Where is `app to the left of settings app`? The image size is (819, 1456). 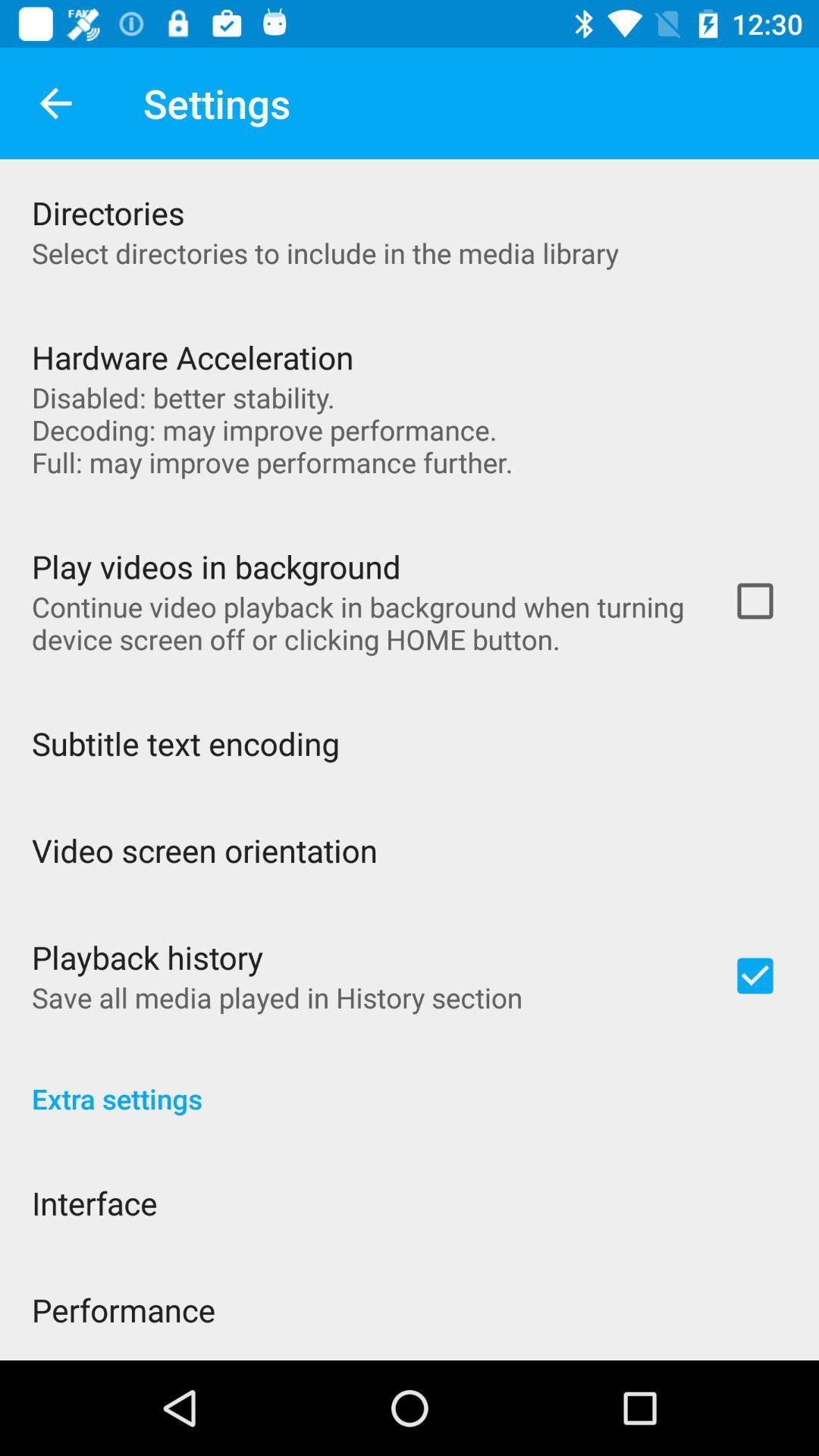 app to the left of settings app is located at coordinates (55, 102).